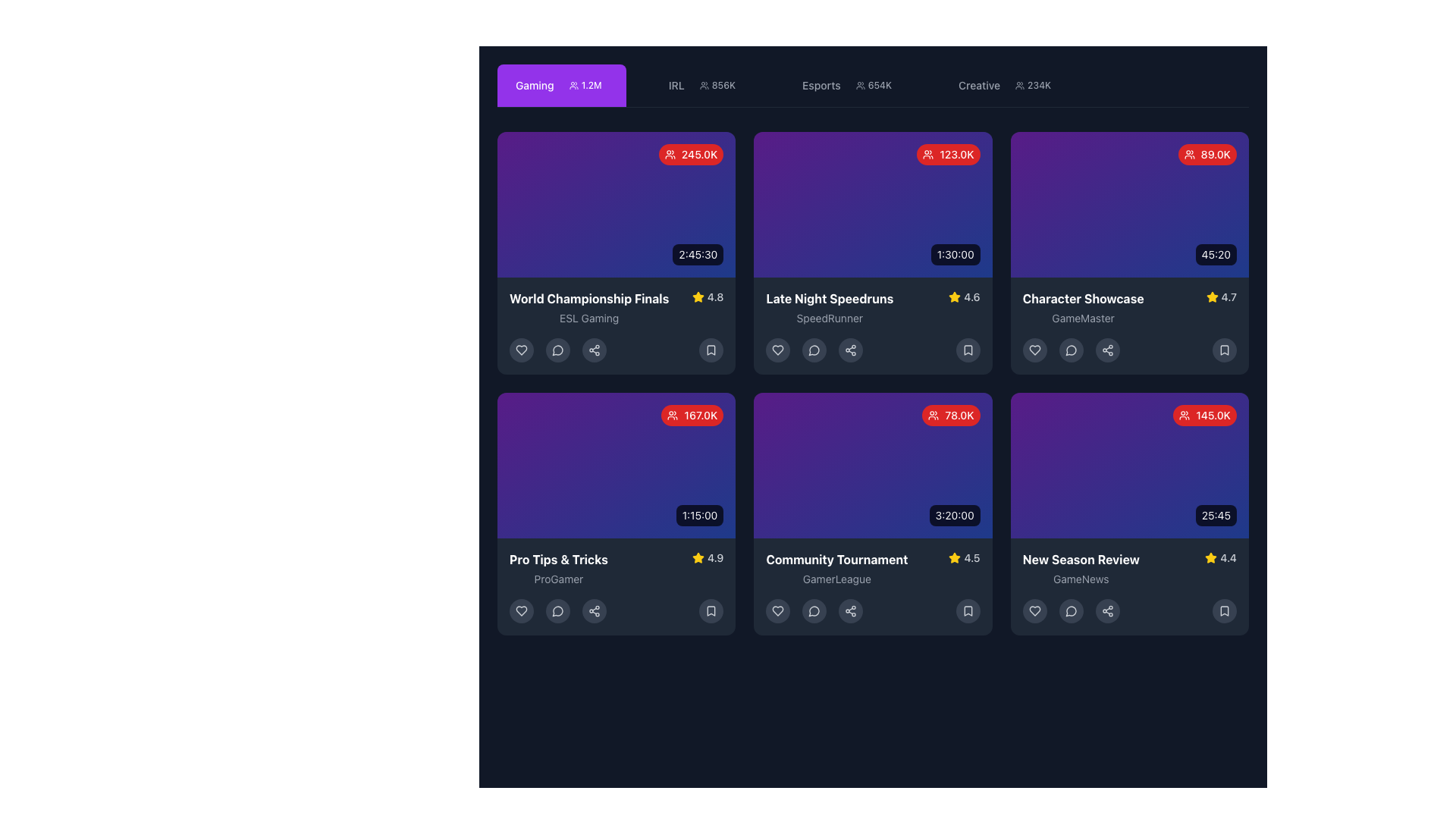 This screenshot has height=819, width=1456. Describe the element at coordinates (1221, 558) in the screenshot. I see `the Rating indicator element displaying a star icon and a numeric rating of '4.4' in medium gray font, located in the card titled 'New Season Review'` at that location.